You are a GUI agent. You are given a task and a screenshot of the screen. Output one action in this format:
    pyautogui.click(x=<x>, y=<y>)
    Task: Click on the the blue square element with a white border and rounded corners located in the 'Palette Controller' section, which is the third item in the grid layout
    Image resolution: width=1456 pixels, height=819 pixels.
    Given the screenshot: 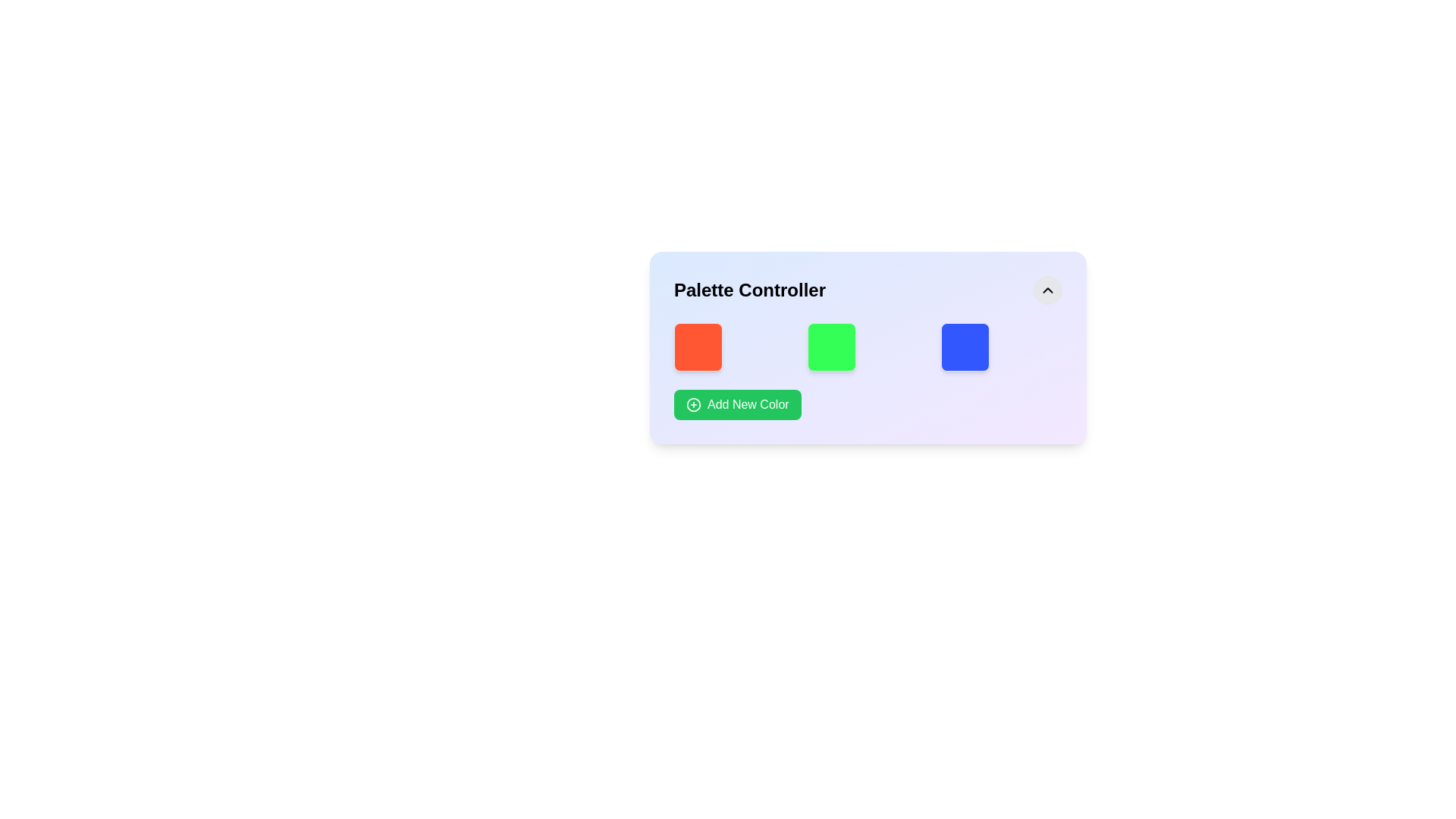 What is the action you would take?
    pyautogui.click(x=964, y=347)
    